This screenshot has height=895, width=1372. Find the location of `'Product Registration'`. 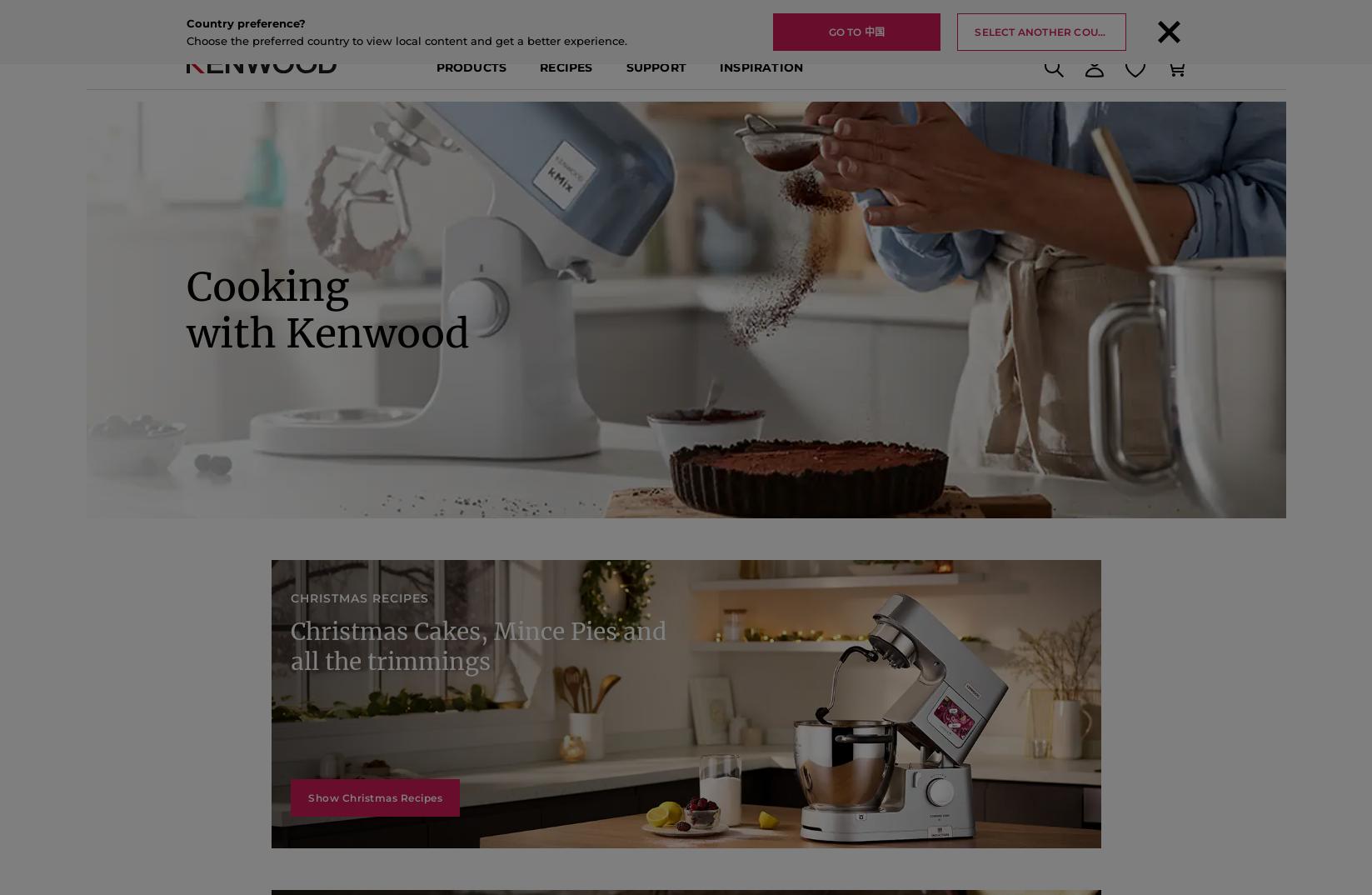

'Product Registration' is located at coordinates (1080, 49).